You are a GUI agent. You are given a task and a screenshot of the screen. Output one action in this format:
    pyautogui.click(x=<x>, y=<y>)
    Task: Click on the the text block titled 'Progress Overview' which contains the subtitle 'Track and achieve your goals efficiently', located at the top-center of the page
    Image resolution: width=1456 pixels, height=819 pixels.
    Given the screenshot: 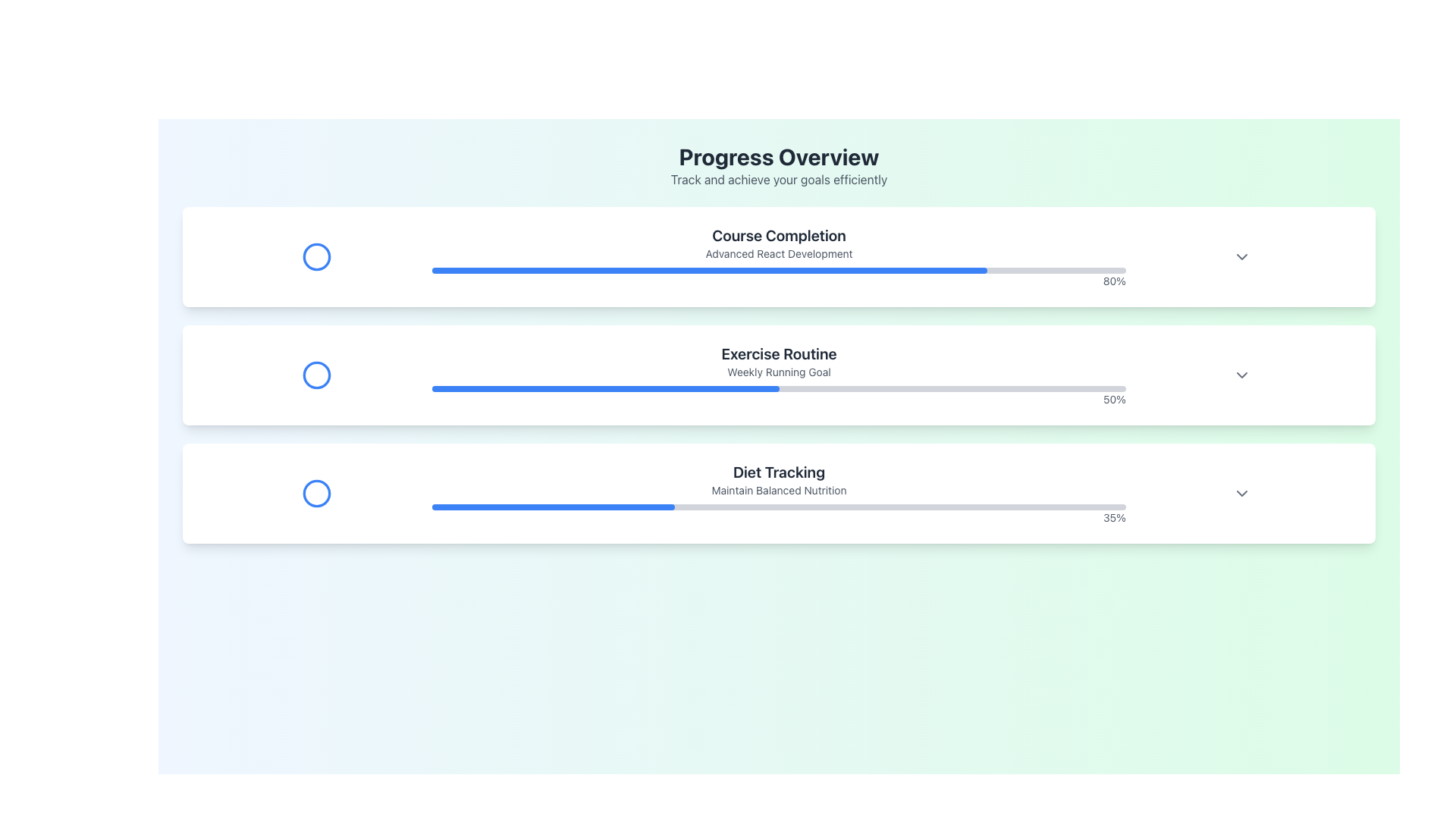 What is the action you would take?
    pyautogui.click(x=779, y=166)
    